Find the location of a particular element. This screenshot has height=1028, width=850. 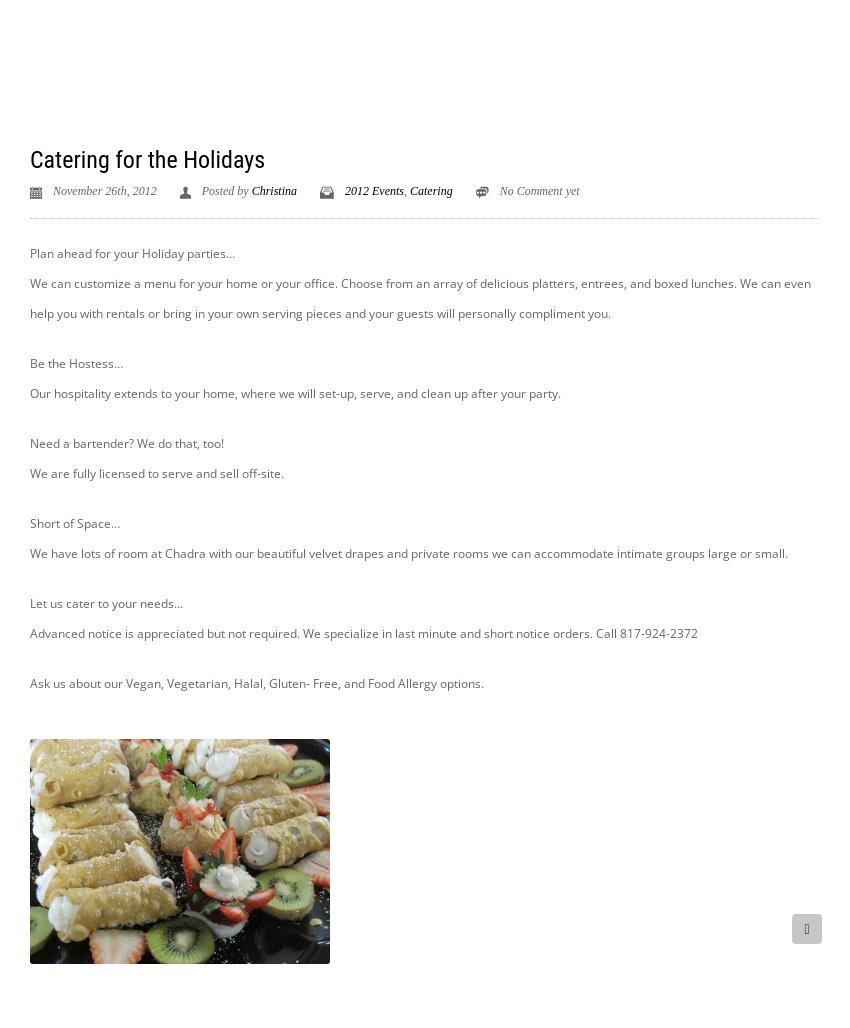

'Be the Hostess…' is located at coordinates (76, 361).